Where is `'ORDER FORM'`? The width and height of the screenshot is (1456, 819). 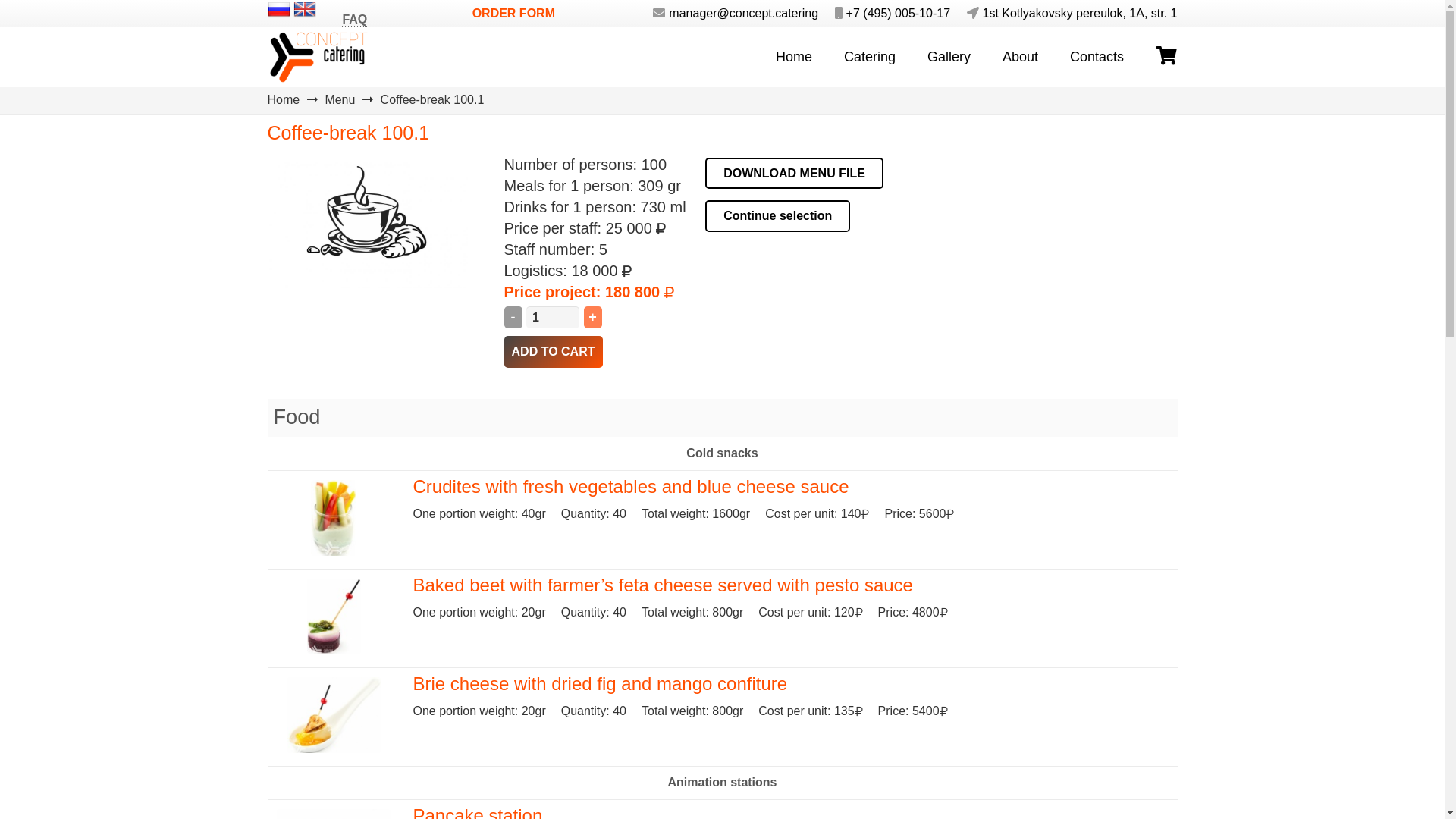
'ORDER FORM' is located at coordinates (513, 12).